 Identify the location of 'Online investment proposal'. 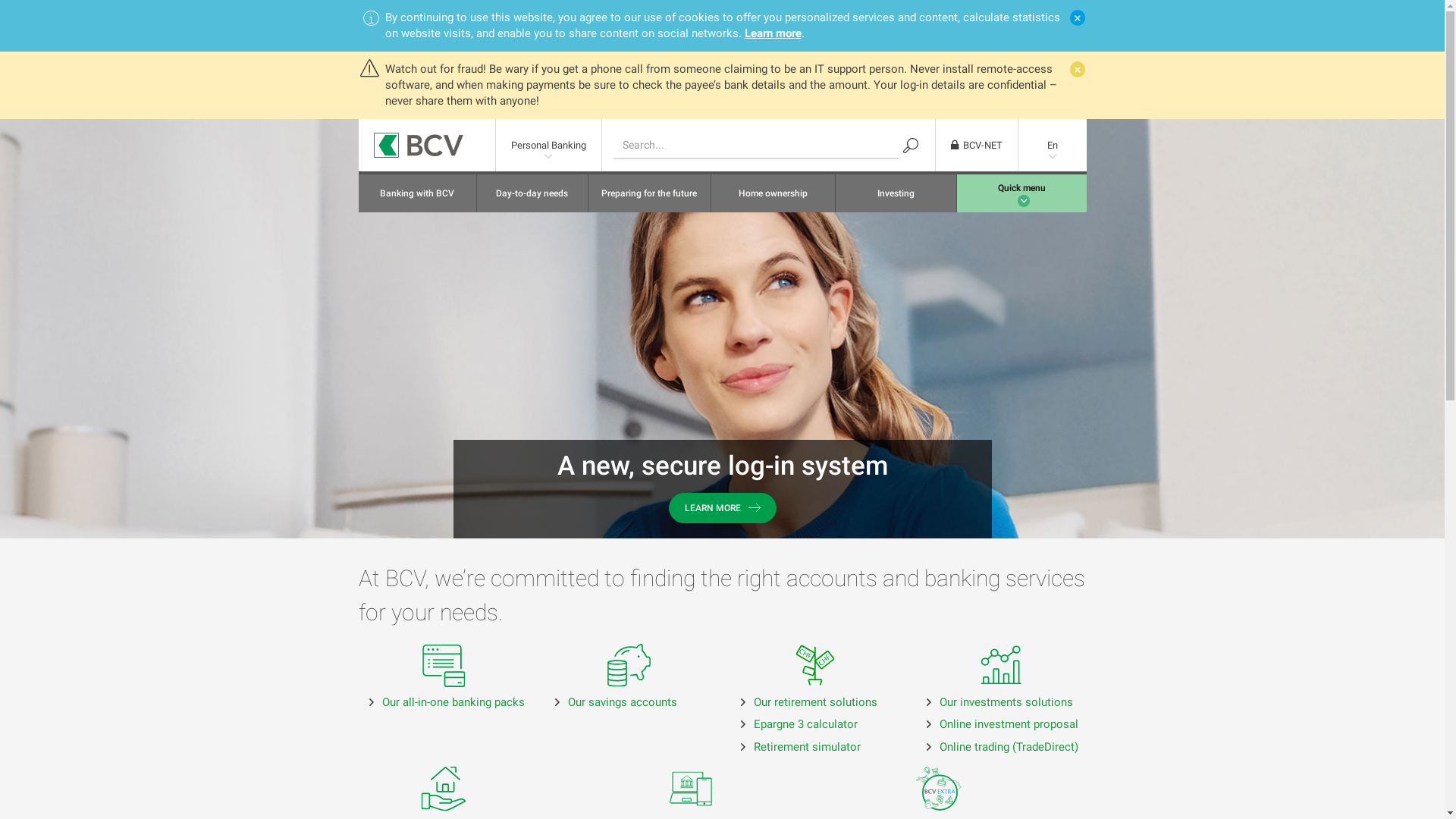
(1008, 723).